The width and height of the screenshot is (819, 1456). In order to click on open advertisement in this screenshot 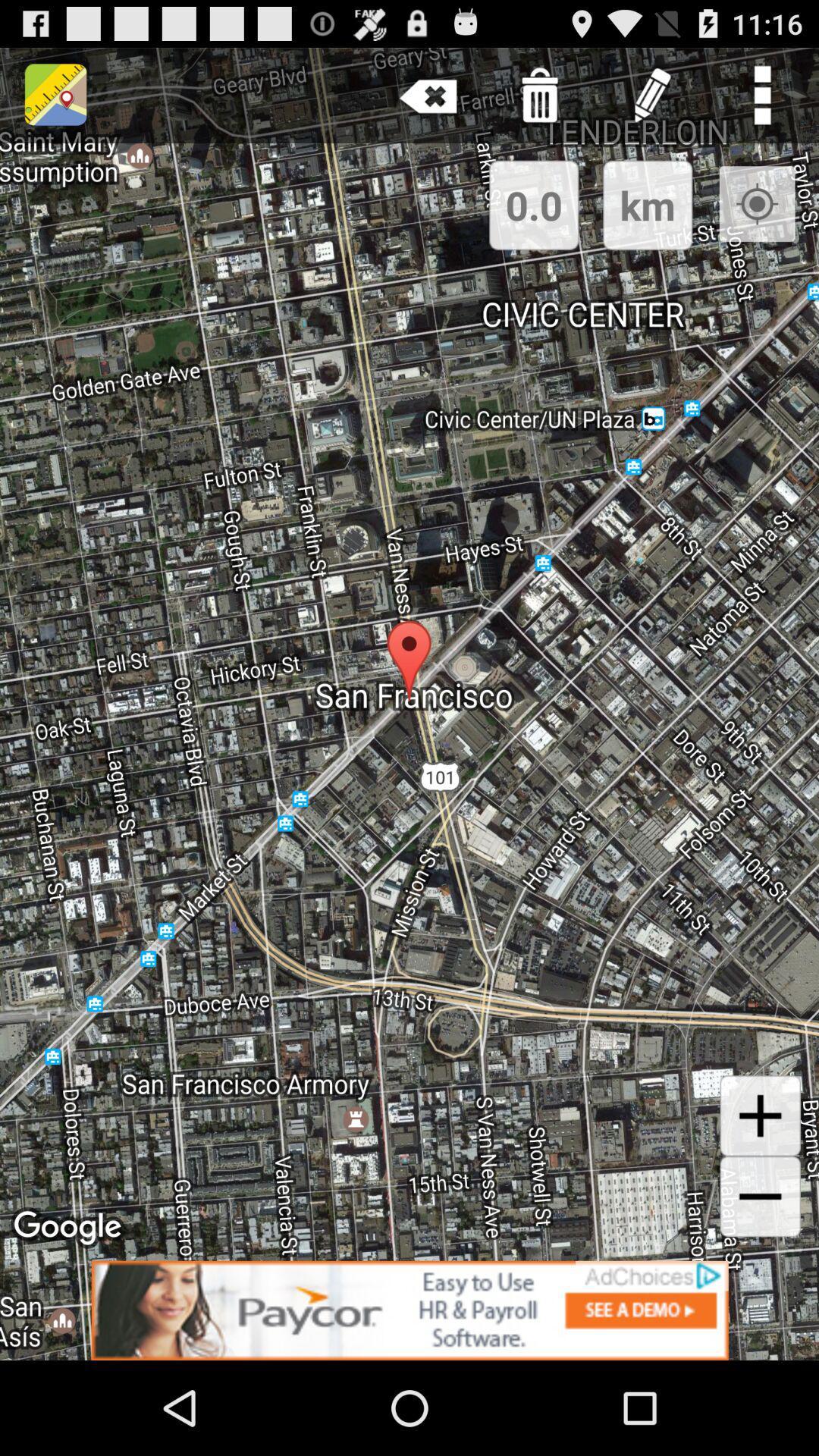, I will do `click(409, 1310)`.